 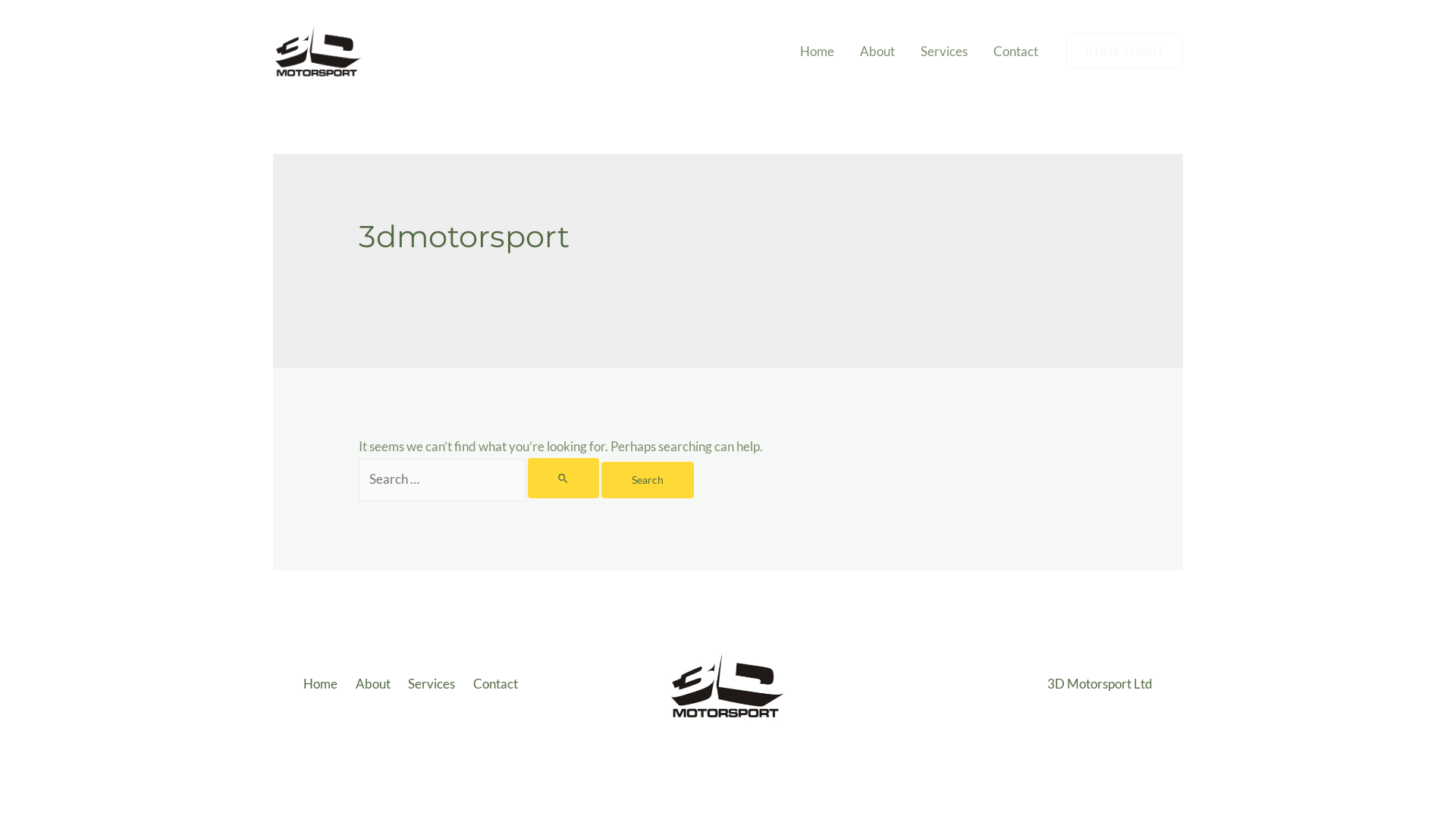 What do you see at coordinates (1065, 50) in the screenshot?
I see `'01824 710381'` at bounding box center [1065, 50].